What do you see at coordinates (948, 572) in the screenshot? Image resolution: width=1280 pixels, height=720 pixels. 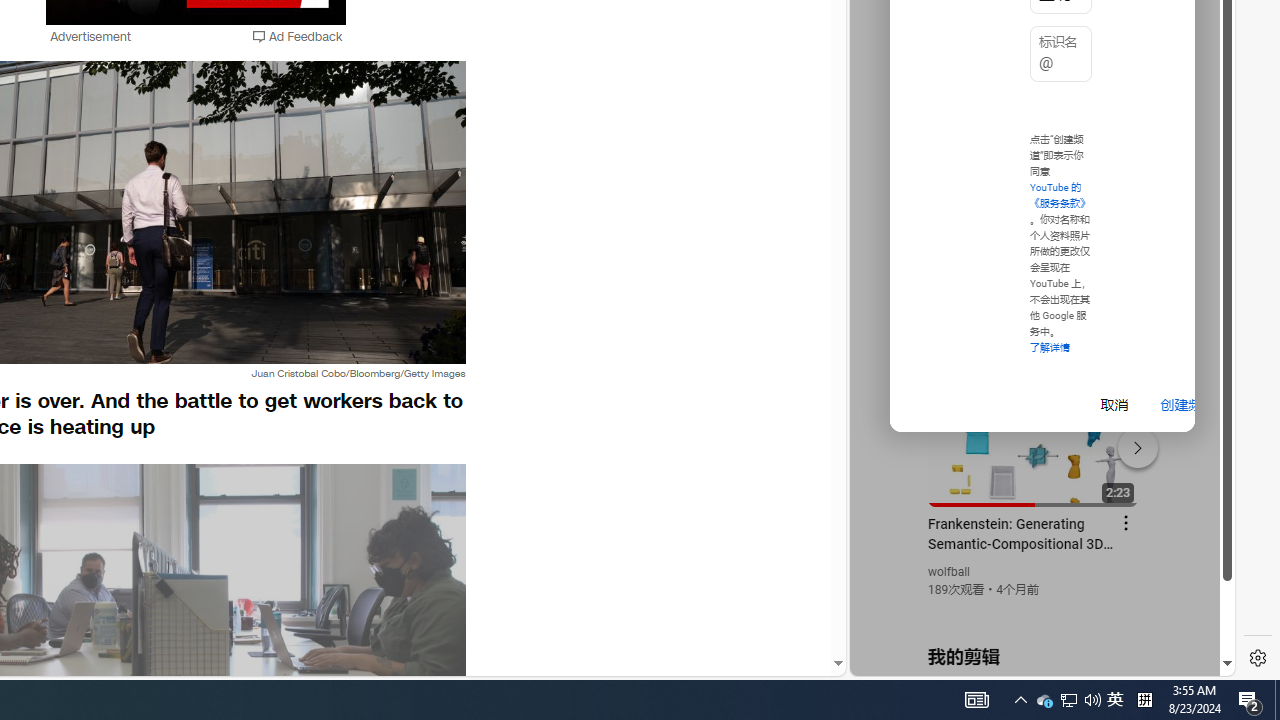 I see `'wolfball'` at bounding box center [948, 572].